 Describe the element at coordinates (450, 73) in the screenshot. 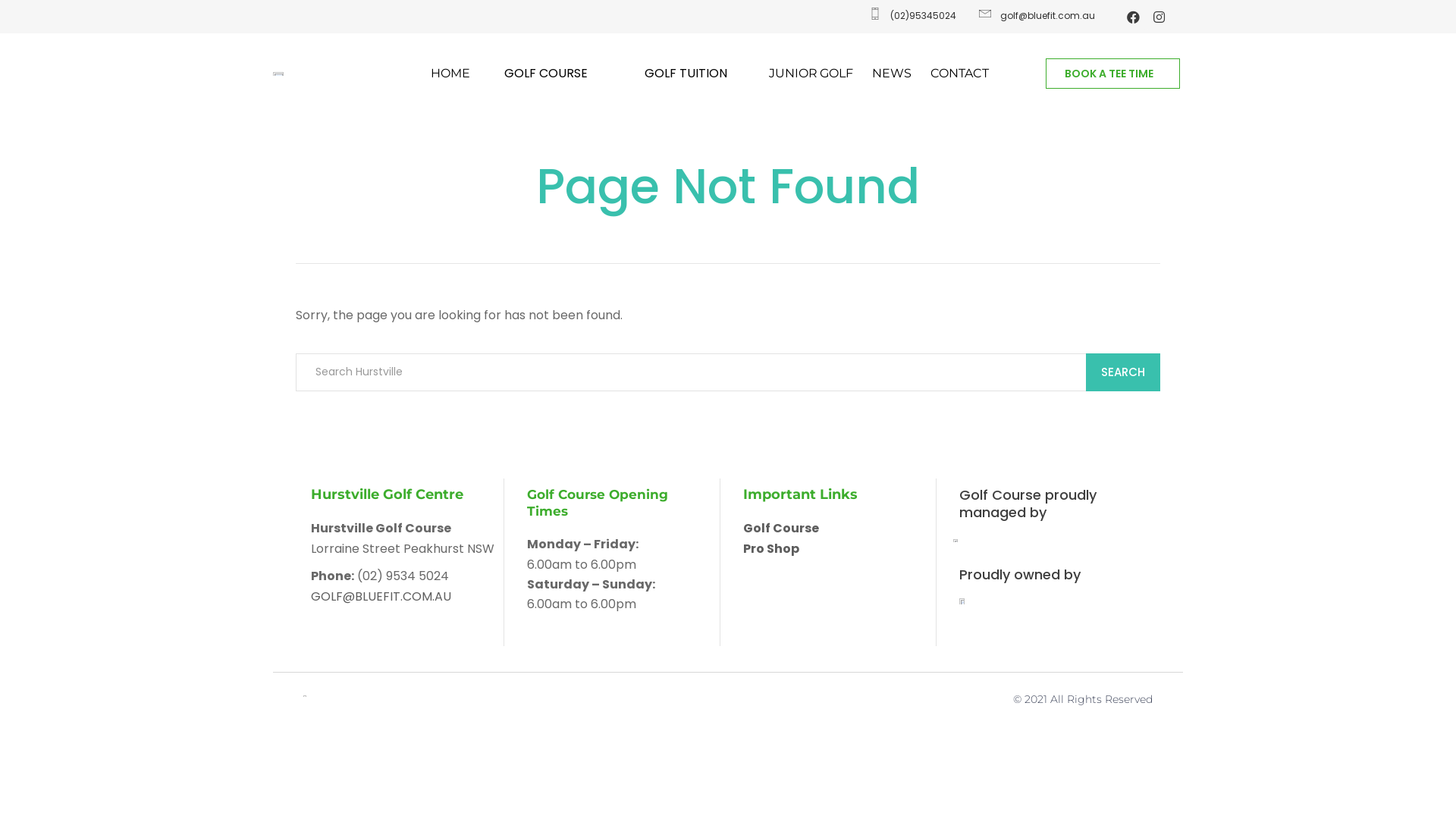

I see `'HOME'` at that location.